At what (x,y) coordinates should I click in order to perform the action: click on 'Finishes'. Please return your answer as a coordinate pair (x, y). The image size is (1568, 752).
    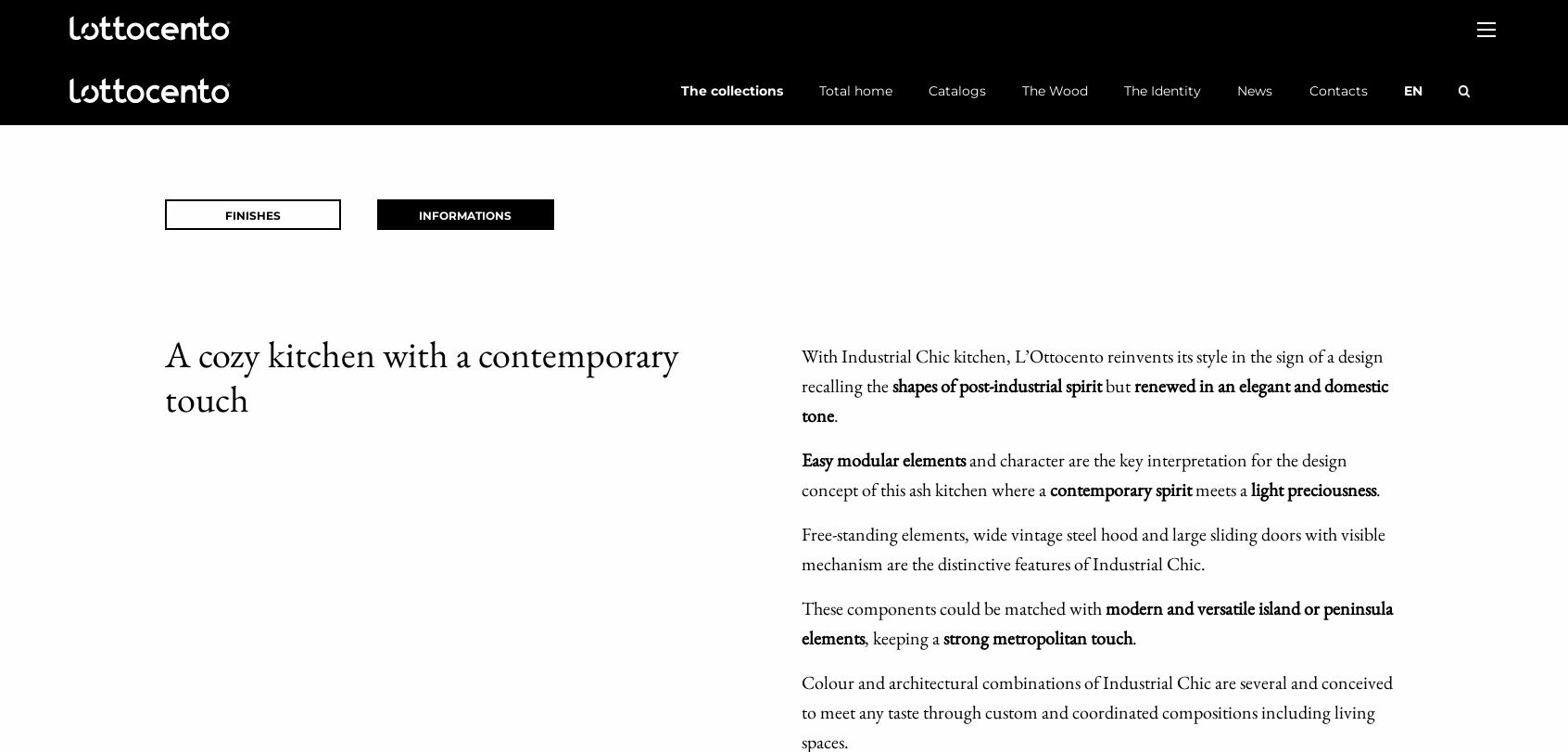
    Looking at the image, I should click on (252, 215).